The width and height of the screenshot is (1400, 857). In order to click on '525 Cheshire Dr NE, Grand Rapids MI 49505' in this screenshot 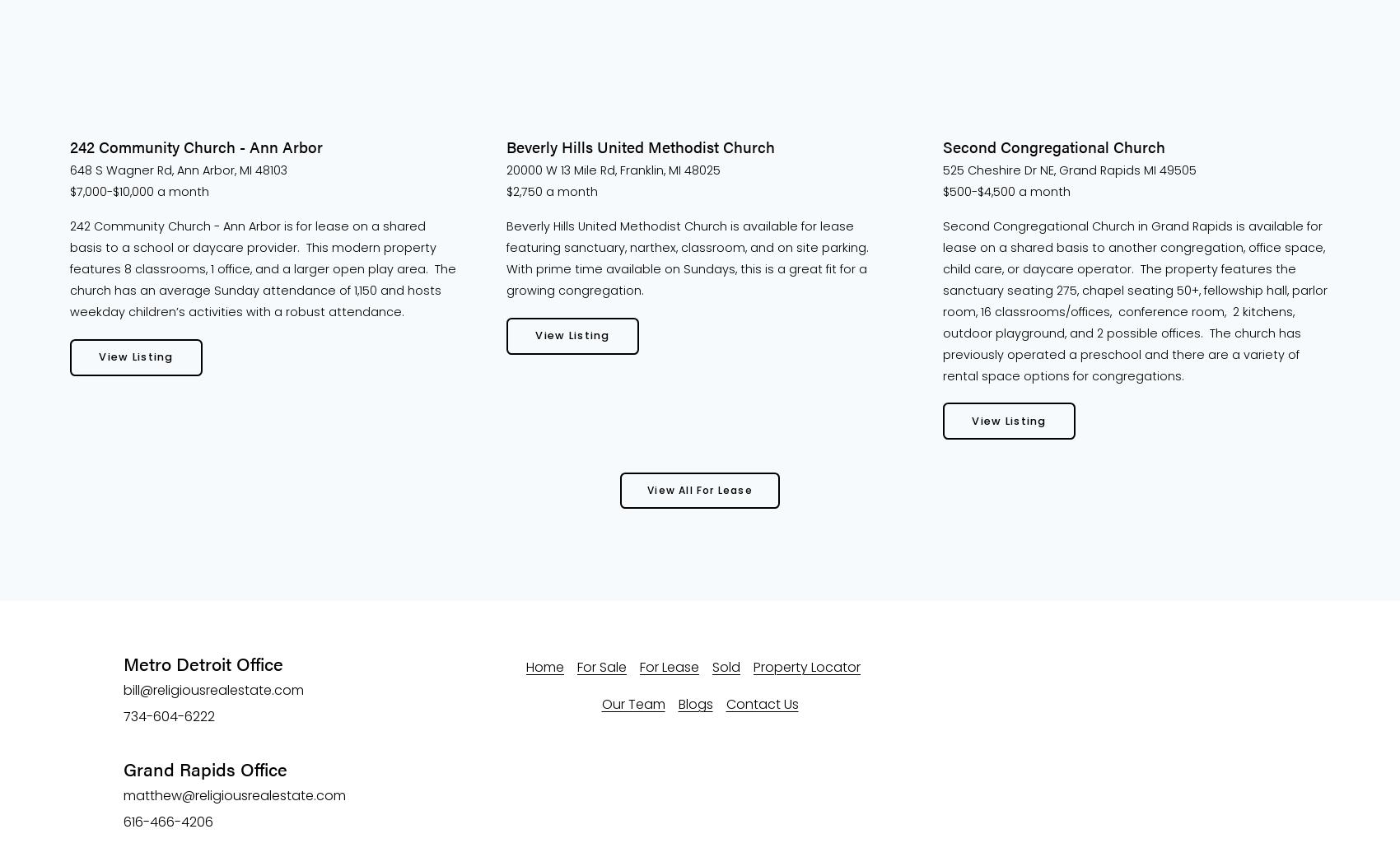, I will do `click(942, 170)`.